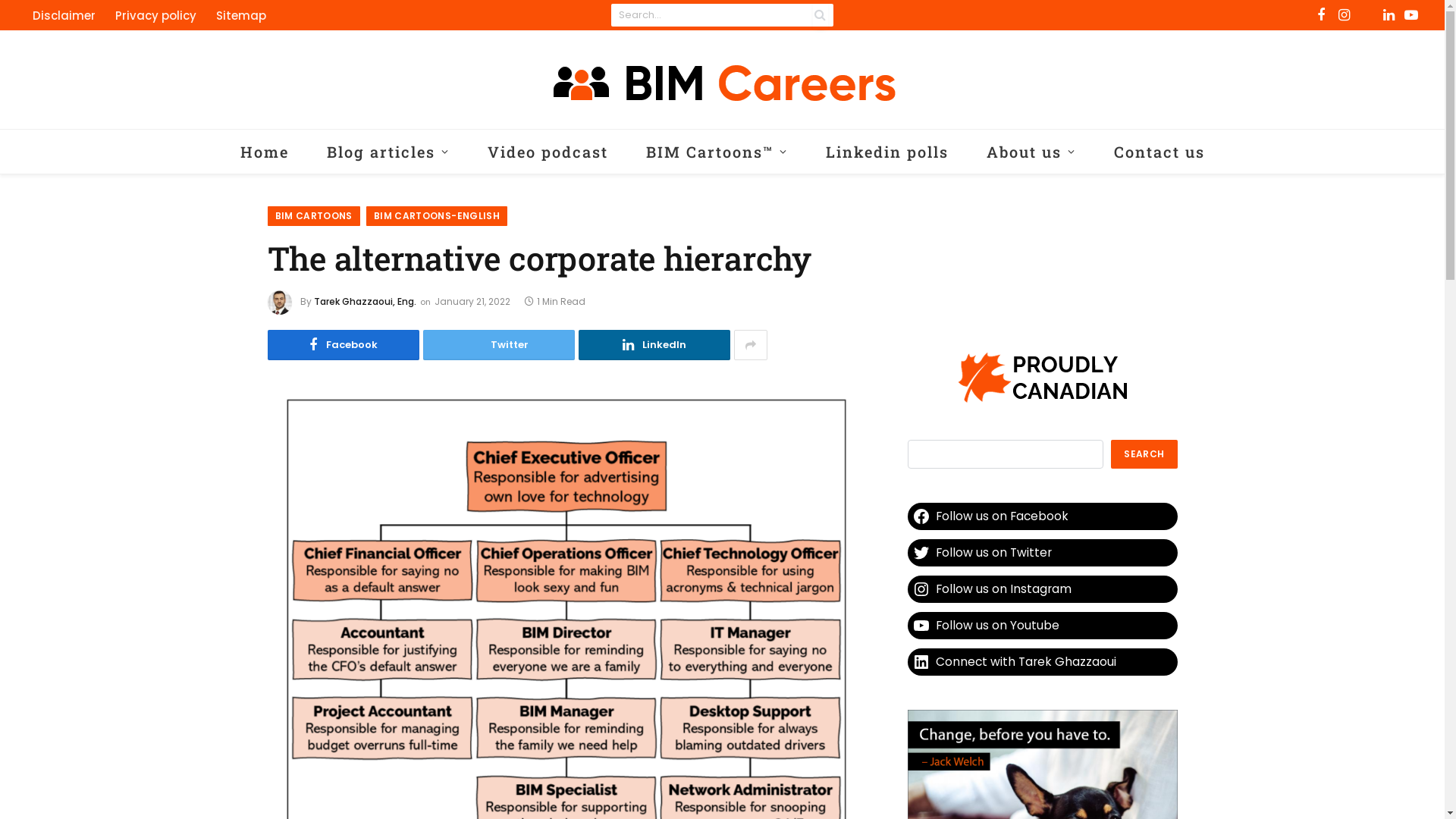 The image size is (1456, 819). I want to click on 'LinkedIn', so click(654, 345).